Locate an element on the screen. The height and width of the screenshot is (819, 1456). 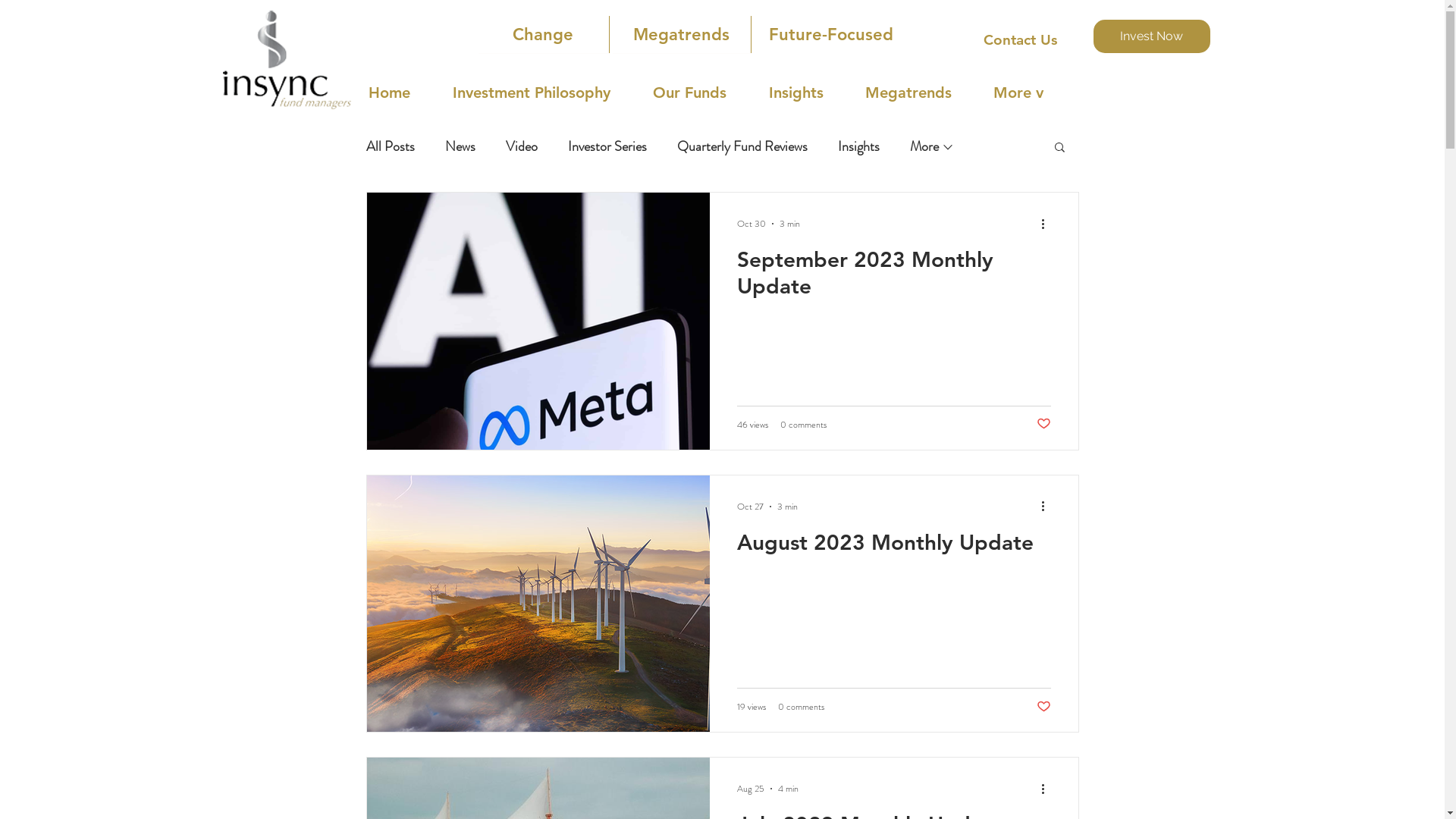
'0 comments' is located at coordinates (802, 424).